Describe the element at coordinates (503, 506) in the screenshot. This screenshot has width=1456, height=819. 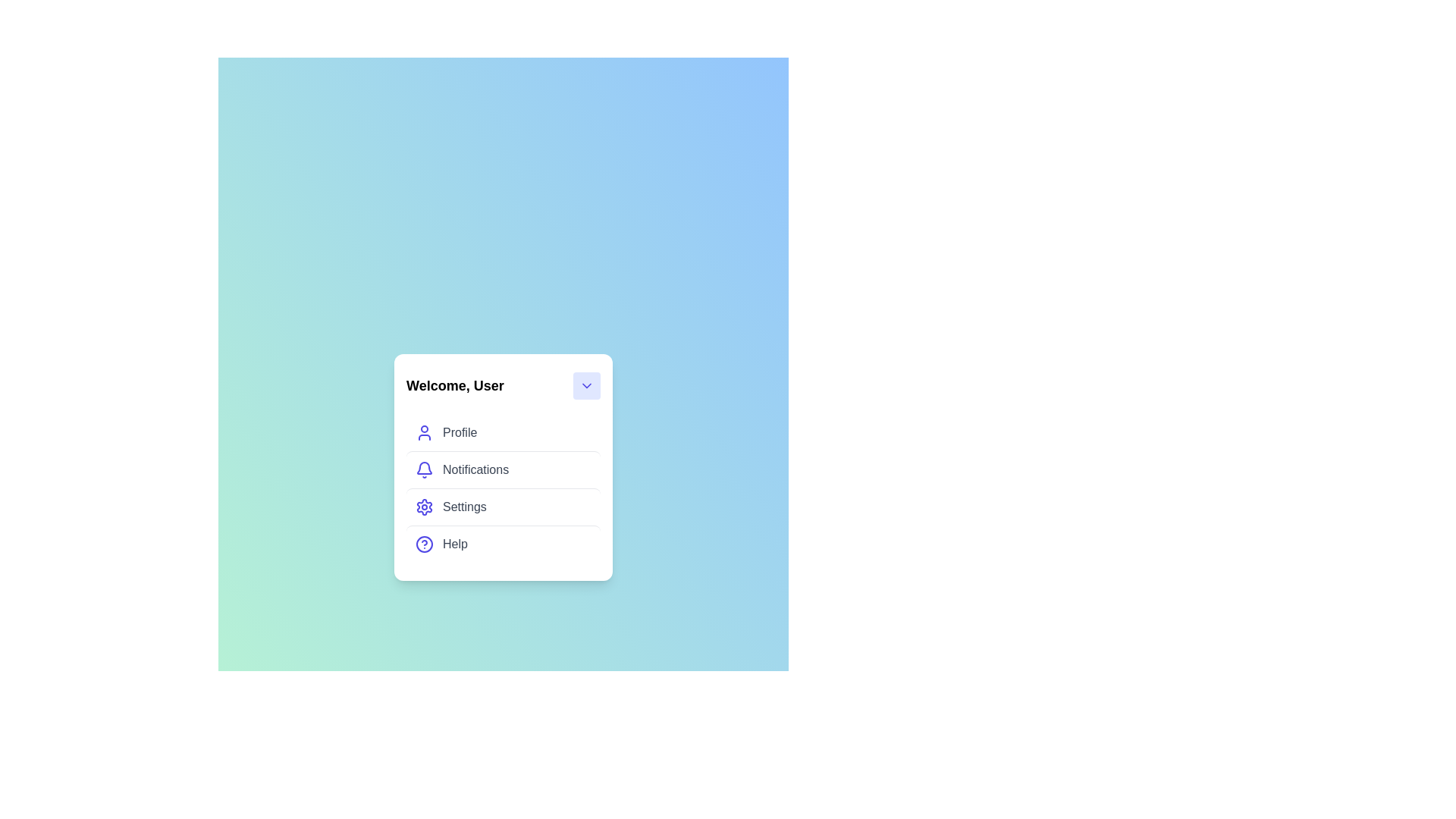
I see `the menu item Settings from the UserProfileMenu` at that location.